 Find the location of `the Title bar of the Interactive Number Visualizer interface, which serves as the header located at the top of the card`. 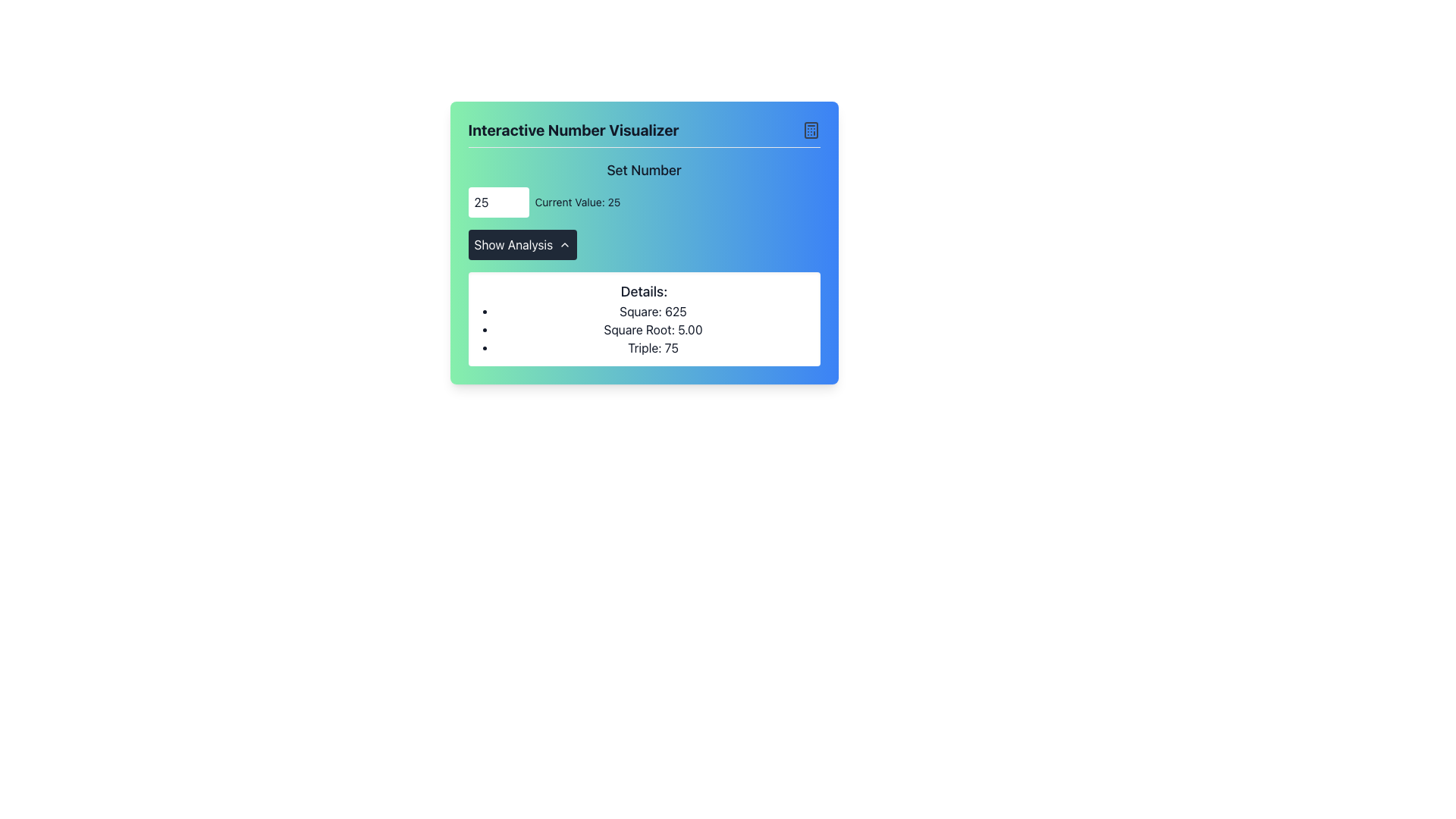

the Title bar of the Interactive Number Visualizer interface, which serves as the header located at the top of the card is located at coordinates (644, 133).